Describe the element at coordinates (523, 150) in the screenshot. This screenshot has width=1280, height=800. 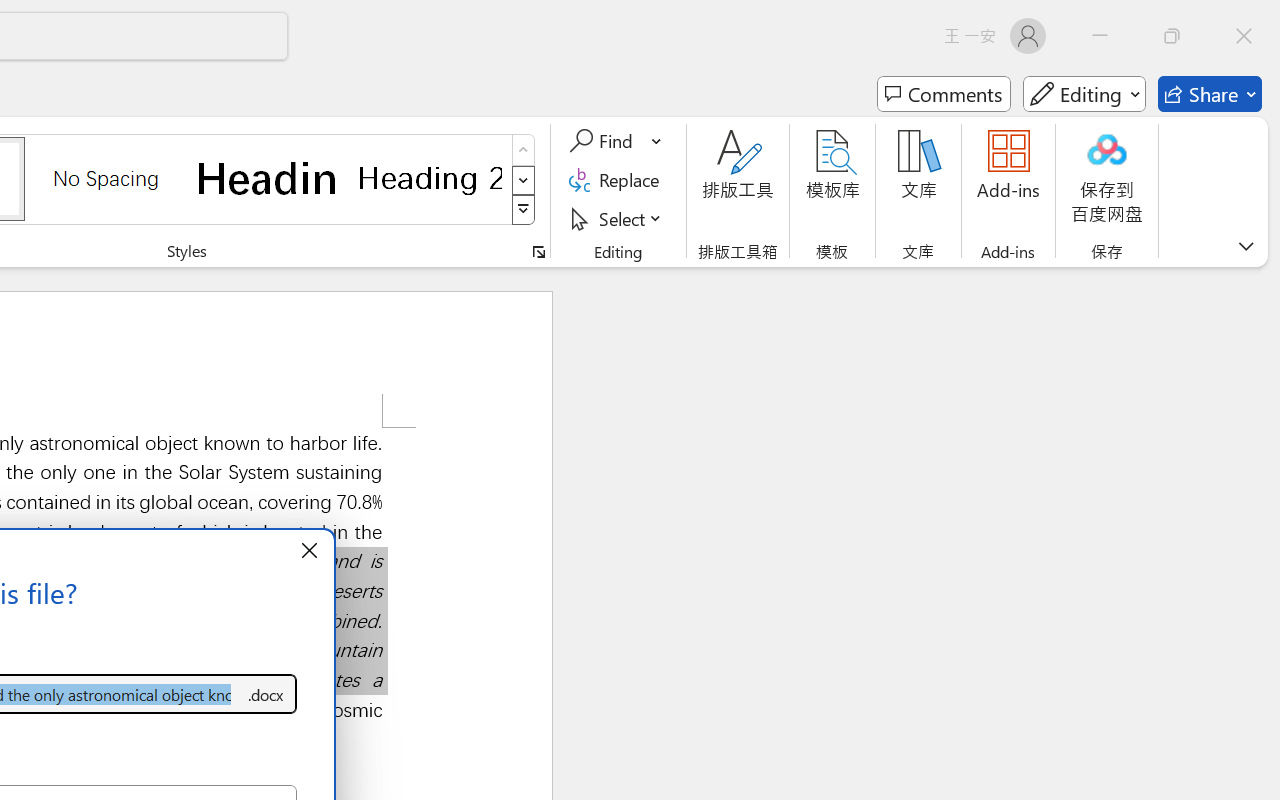
I see `'Row up'` at that location.